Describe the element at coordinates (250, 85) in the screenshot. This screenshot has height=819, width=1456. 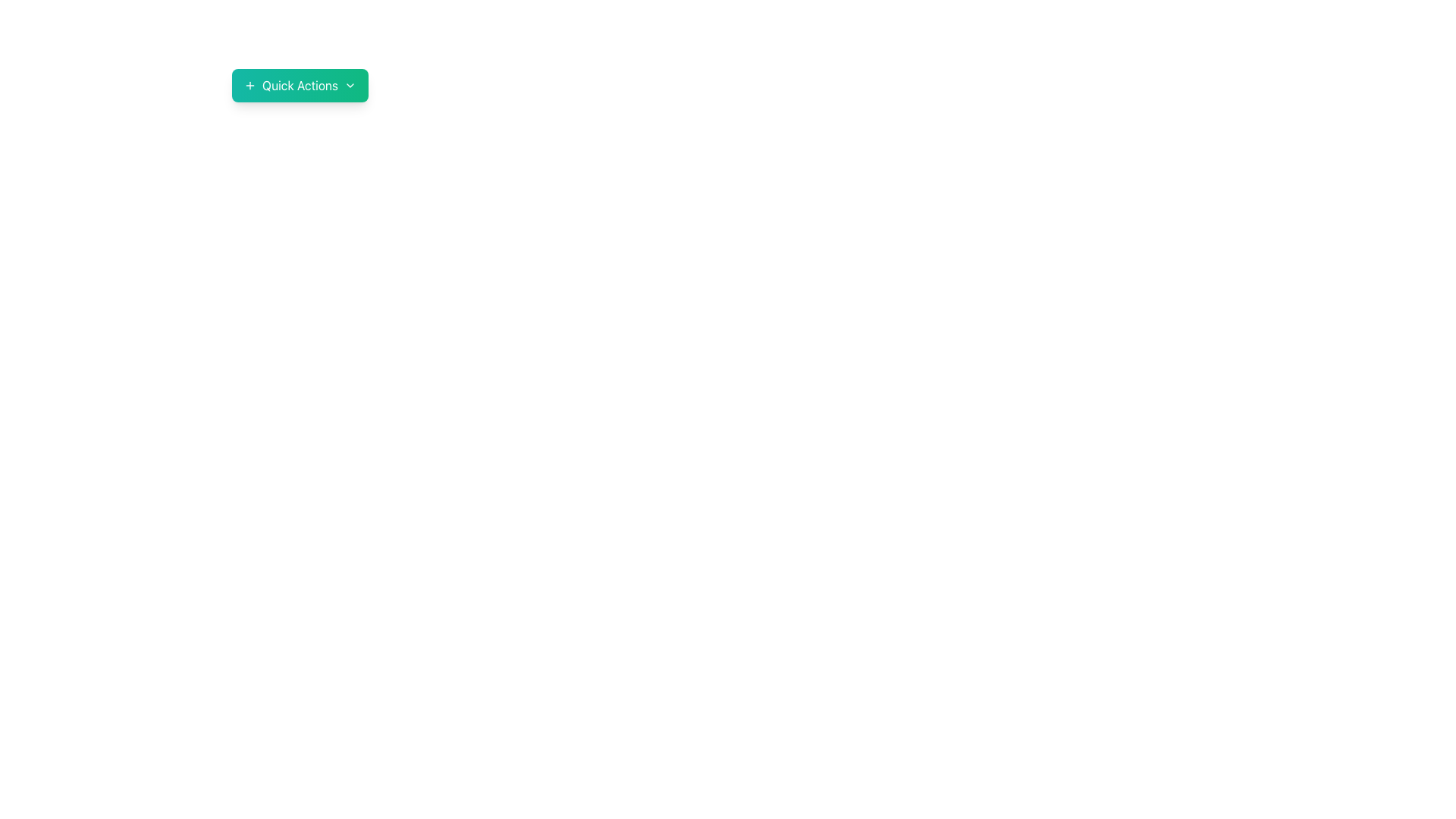
I see `the '+' icon located on the left side of the 'Quick Actions' button, which serves to add or expand actions` at that location.